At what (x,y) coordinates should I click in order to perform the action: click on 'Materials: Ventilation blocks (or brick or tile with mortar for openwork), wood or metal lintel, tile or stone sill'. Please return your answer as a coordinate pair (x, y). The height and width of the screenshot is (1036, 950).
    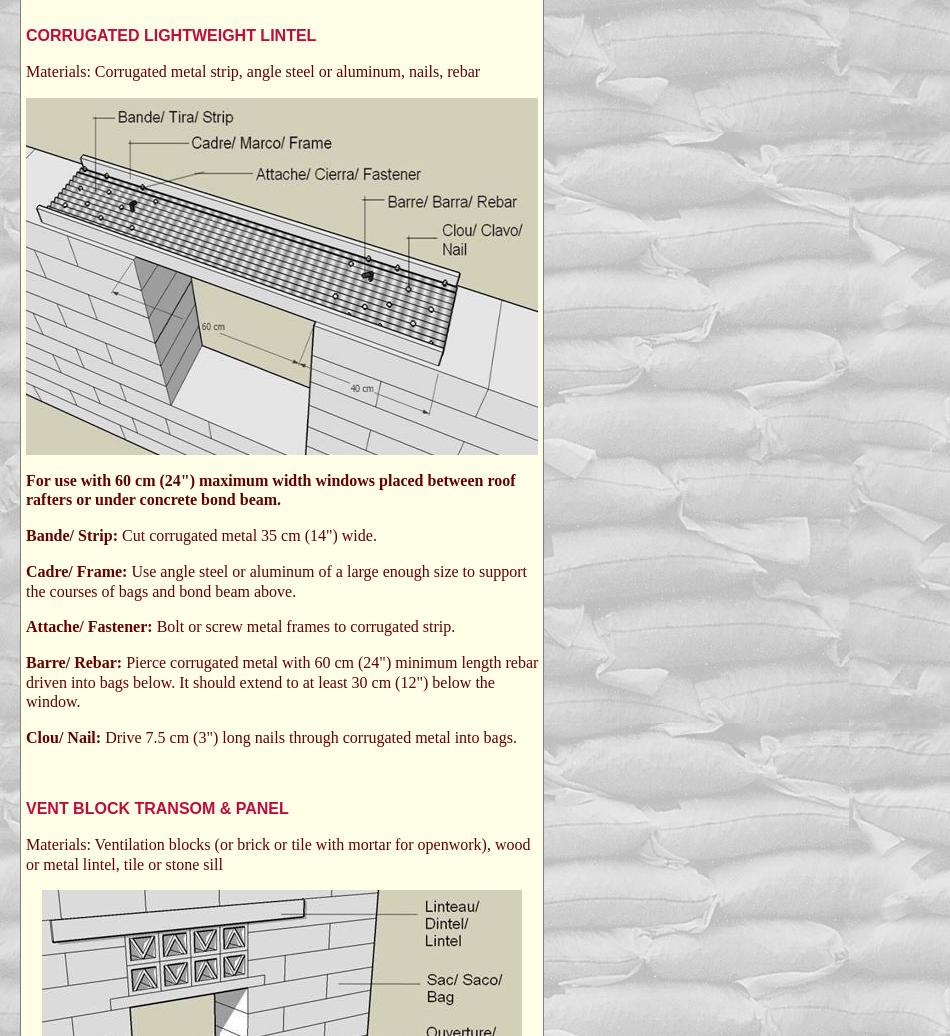
    Looking at the image, I should click on (276, 853).